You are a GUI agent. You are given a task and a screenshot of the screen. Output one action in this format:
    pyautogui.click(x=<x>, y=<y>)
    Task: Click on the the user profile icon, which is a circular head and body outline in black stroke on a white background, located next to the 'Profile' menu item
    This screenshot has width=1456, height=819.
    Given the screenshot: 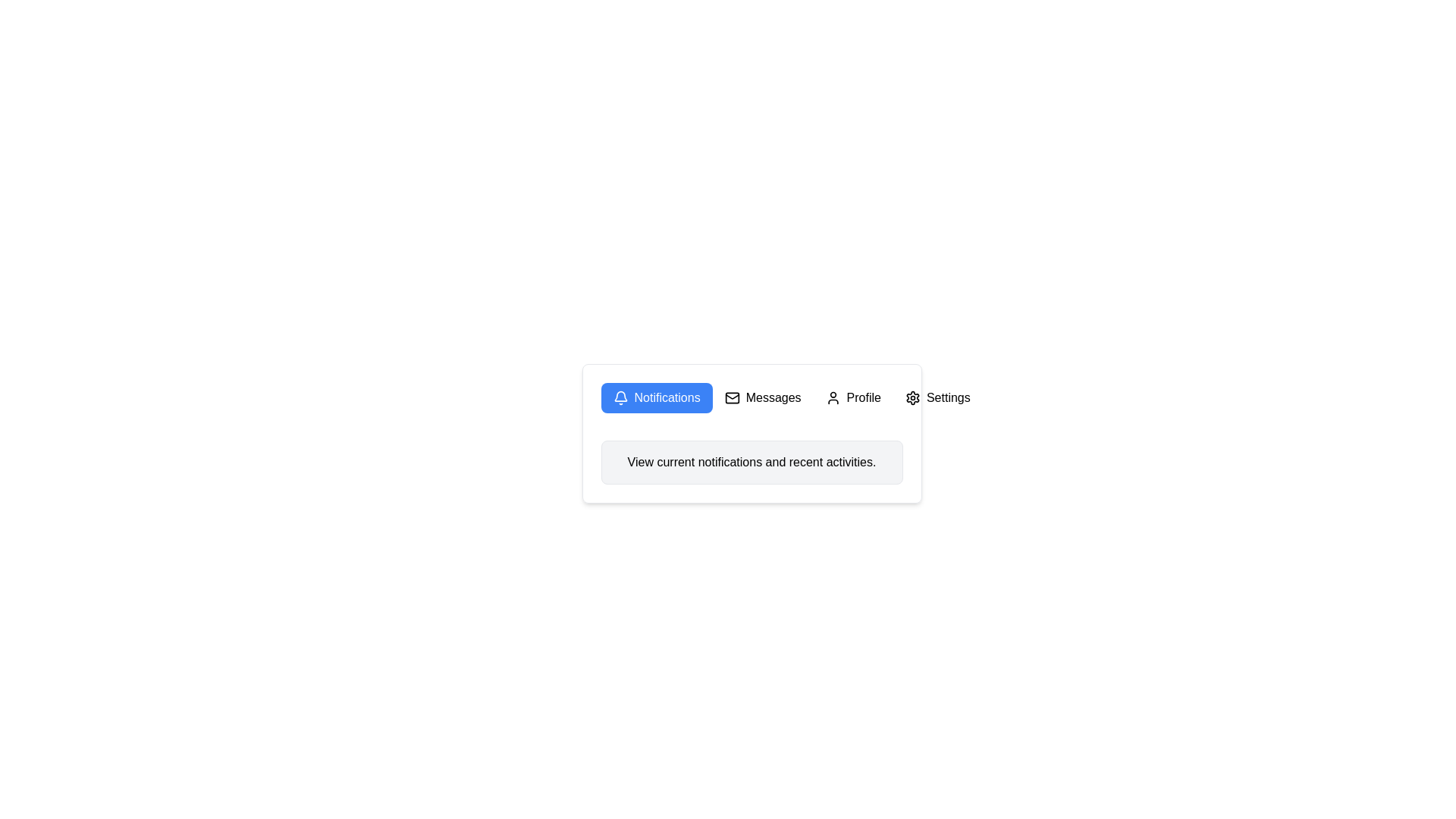 What is the action you would take?
    pyautogui.click(x=832, y=397)
    